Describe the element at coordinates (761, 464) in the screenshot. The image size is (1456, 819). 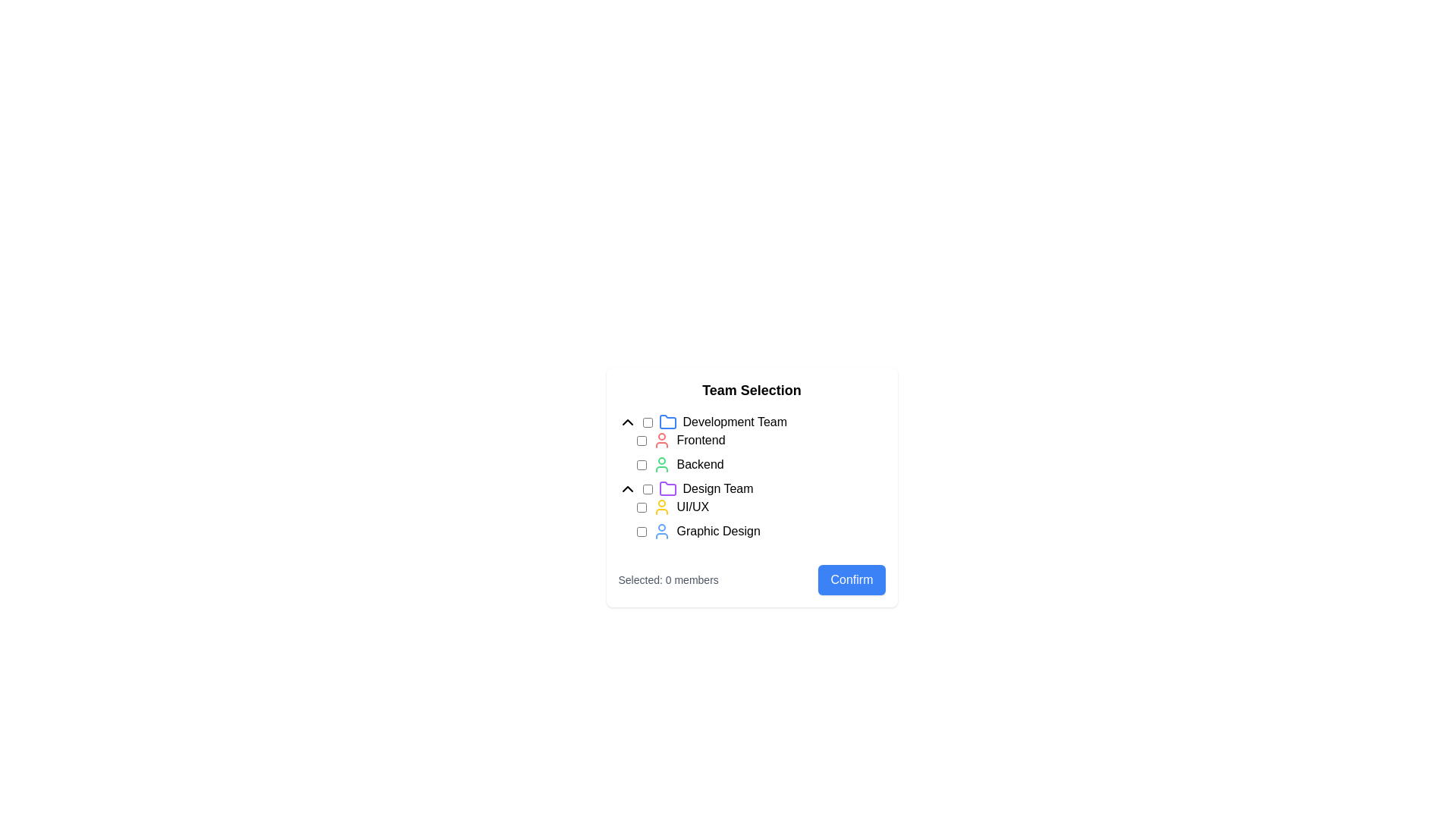
I see `to rearrange the 'Backend' team list item within the selection interface, which includes a checkbox, label, and icon, located centrally under the 'Development Team' group` at that location.